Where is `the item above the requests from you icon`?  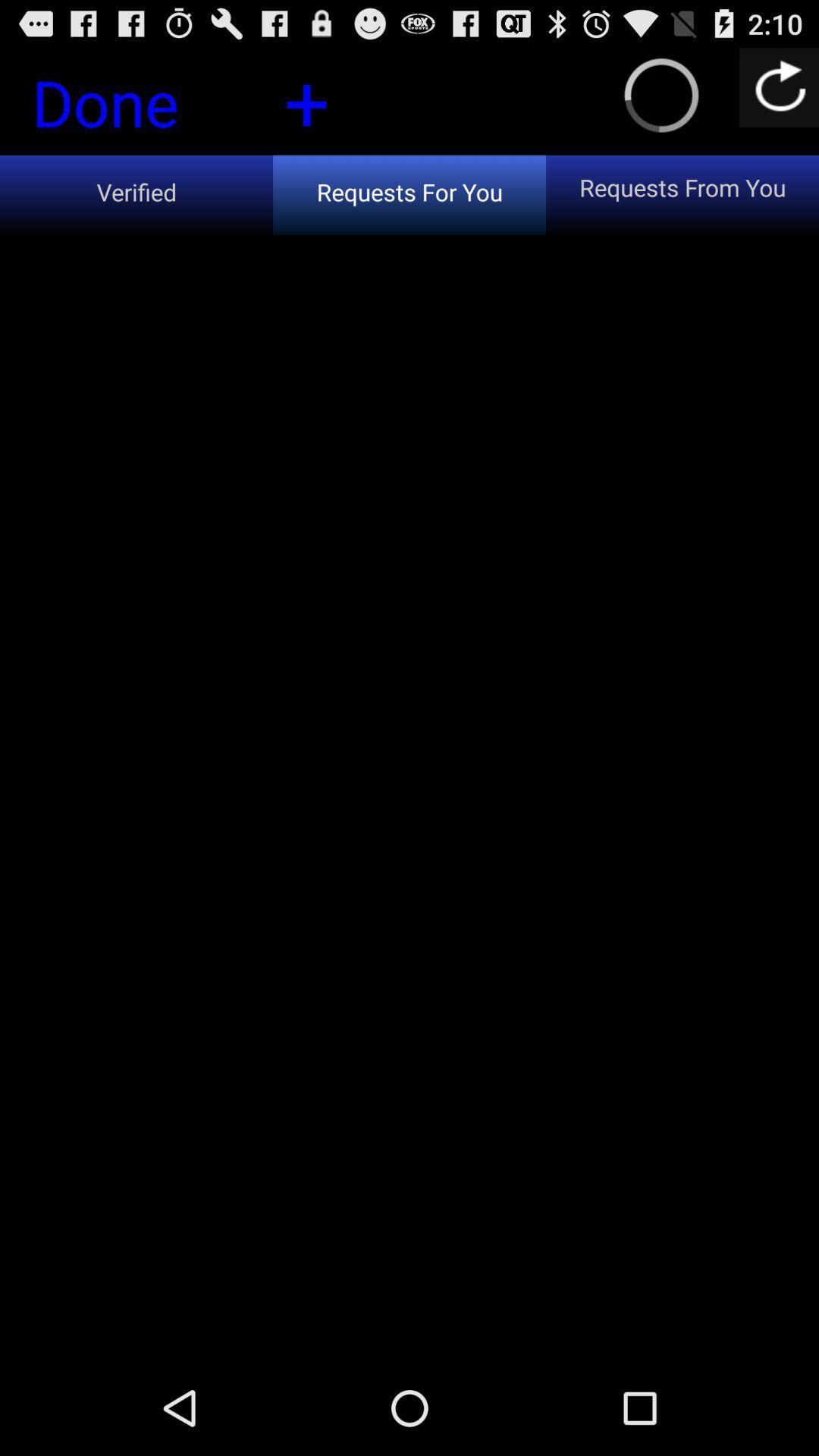 the item above the requests from you icon is located at coordinates (779, 86).